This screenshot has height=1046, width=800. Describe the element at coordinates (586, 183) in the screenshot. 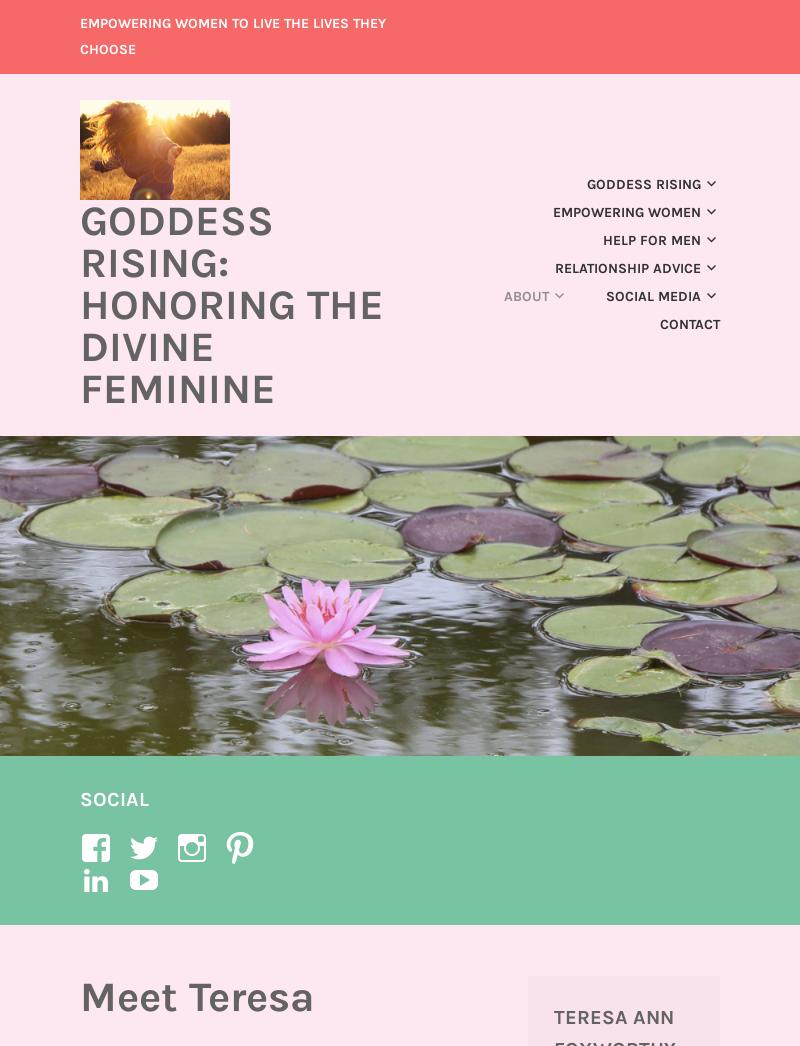

I see `'GODDESS RISING'` at that location.